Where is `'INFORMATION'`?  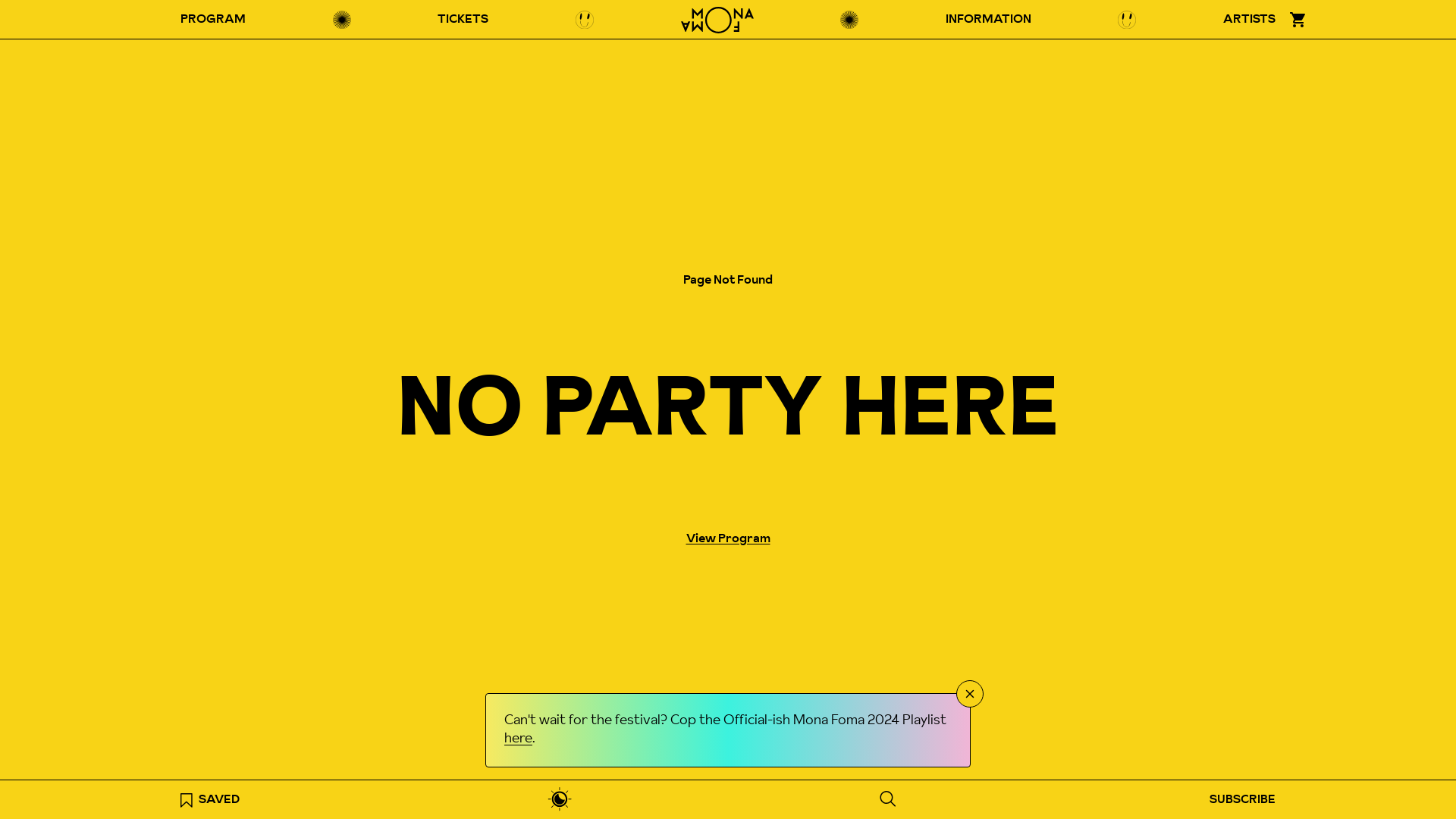
'INFORMATION' is located at coordinates (988, 20).